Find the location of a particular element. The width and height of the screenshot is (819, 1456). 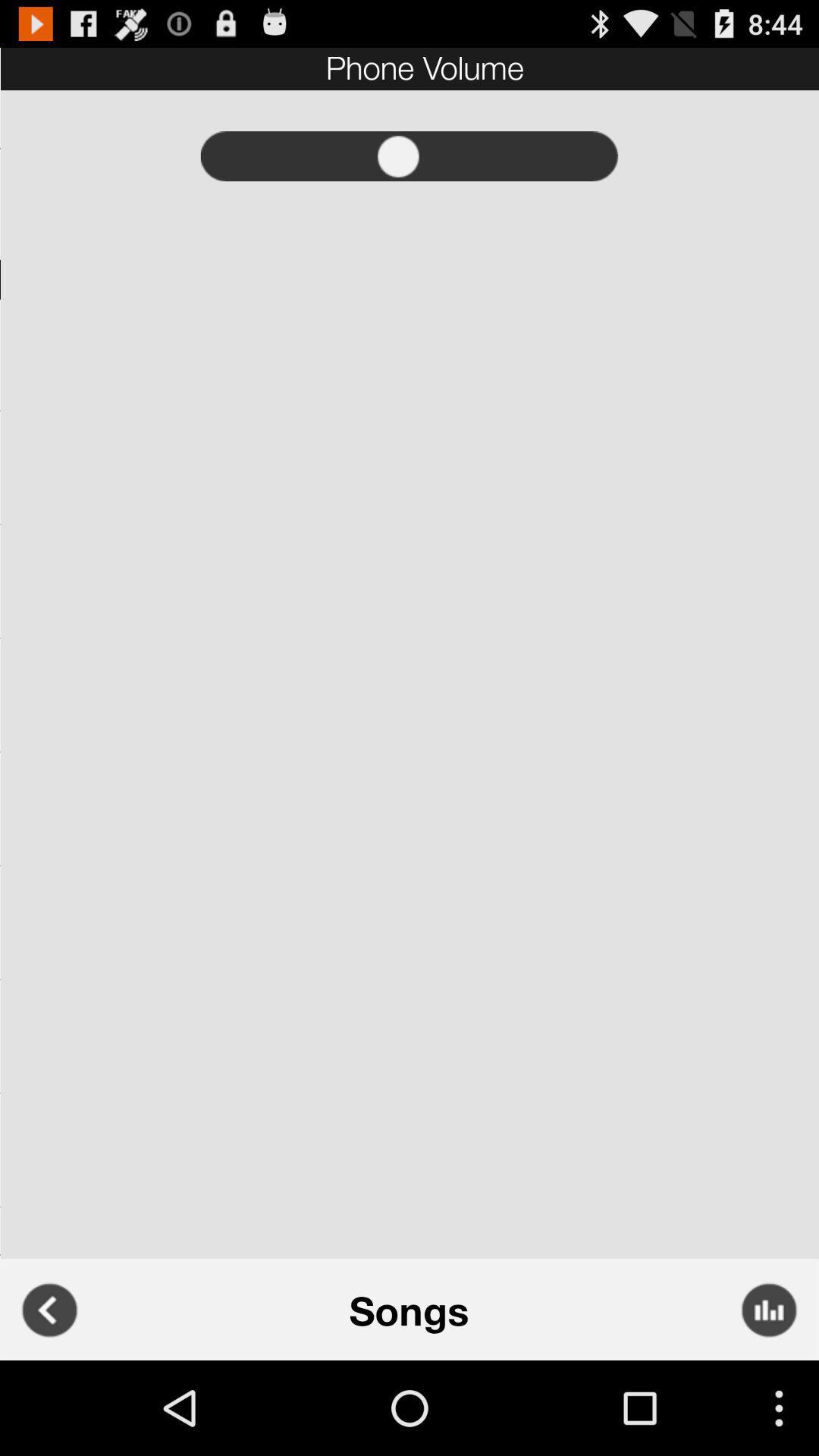

volume control is located at coordinates (409, 156).